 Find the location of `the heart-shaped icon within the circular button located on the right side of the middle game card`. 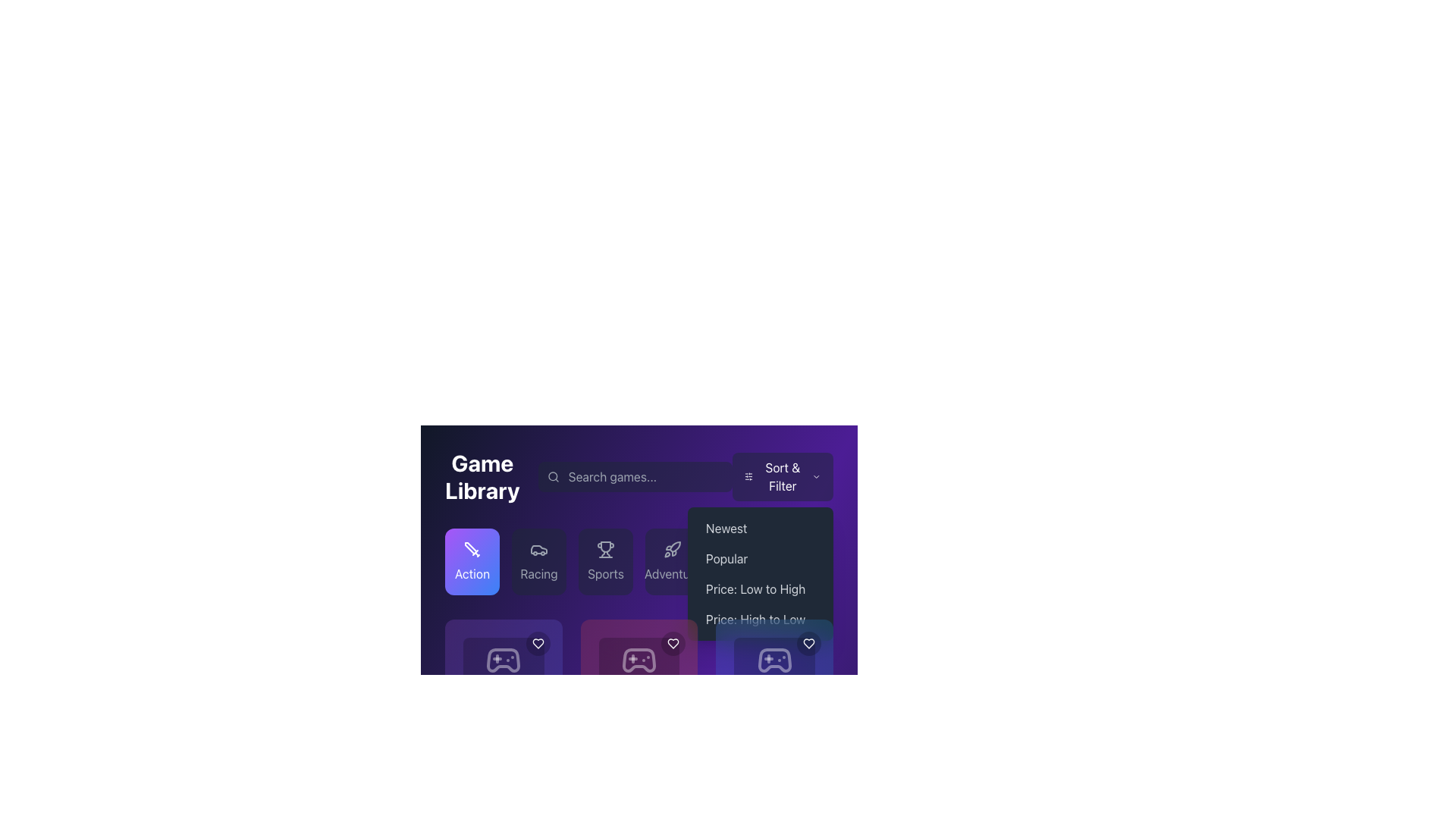

the heart-shaped icon within the circular button located on the right side of the middle game card is located at coordinates (673, 643).